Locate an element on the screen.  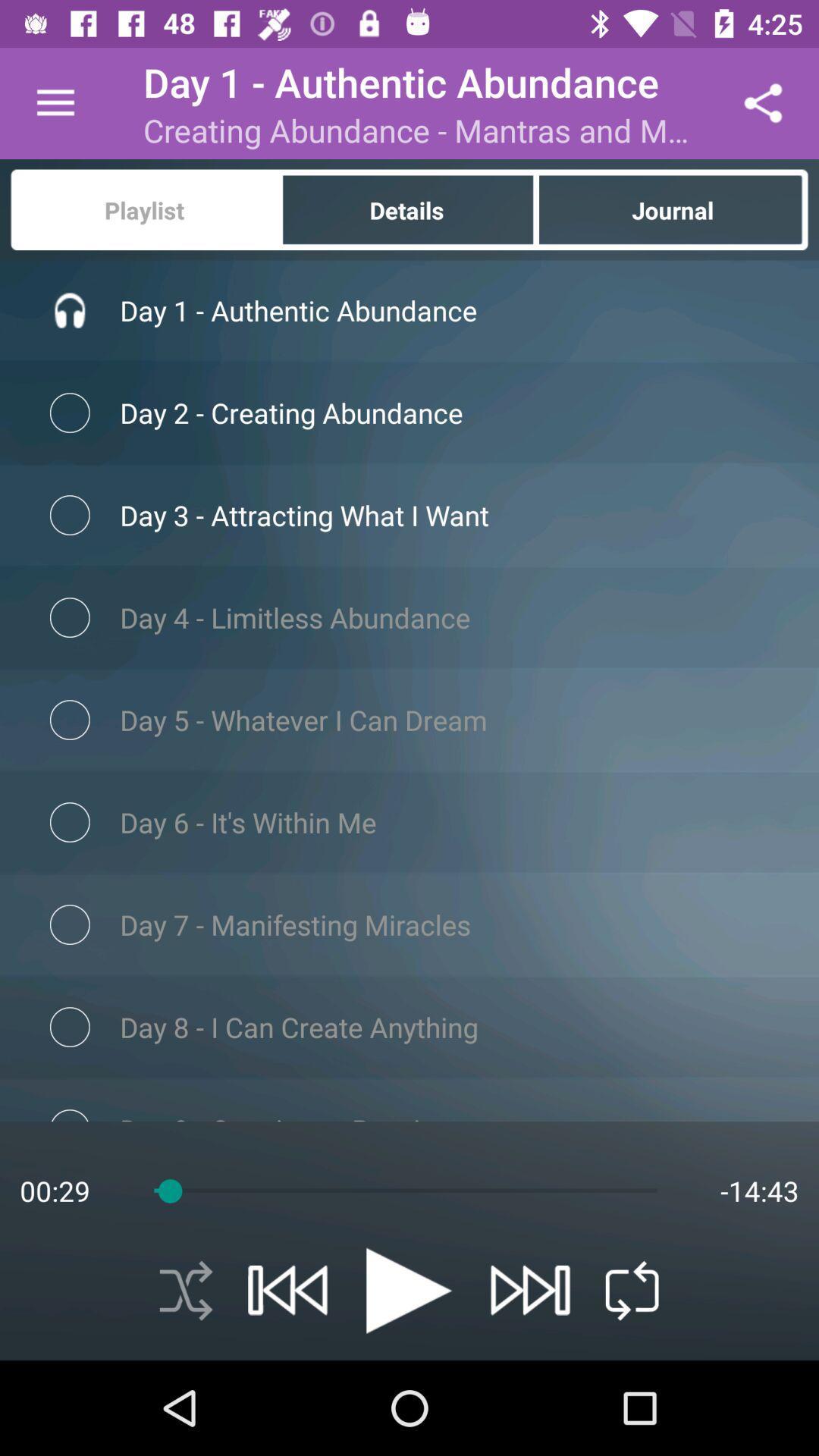
the icon above the playlist is located at coordinates (55, 102).